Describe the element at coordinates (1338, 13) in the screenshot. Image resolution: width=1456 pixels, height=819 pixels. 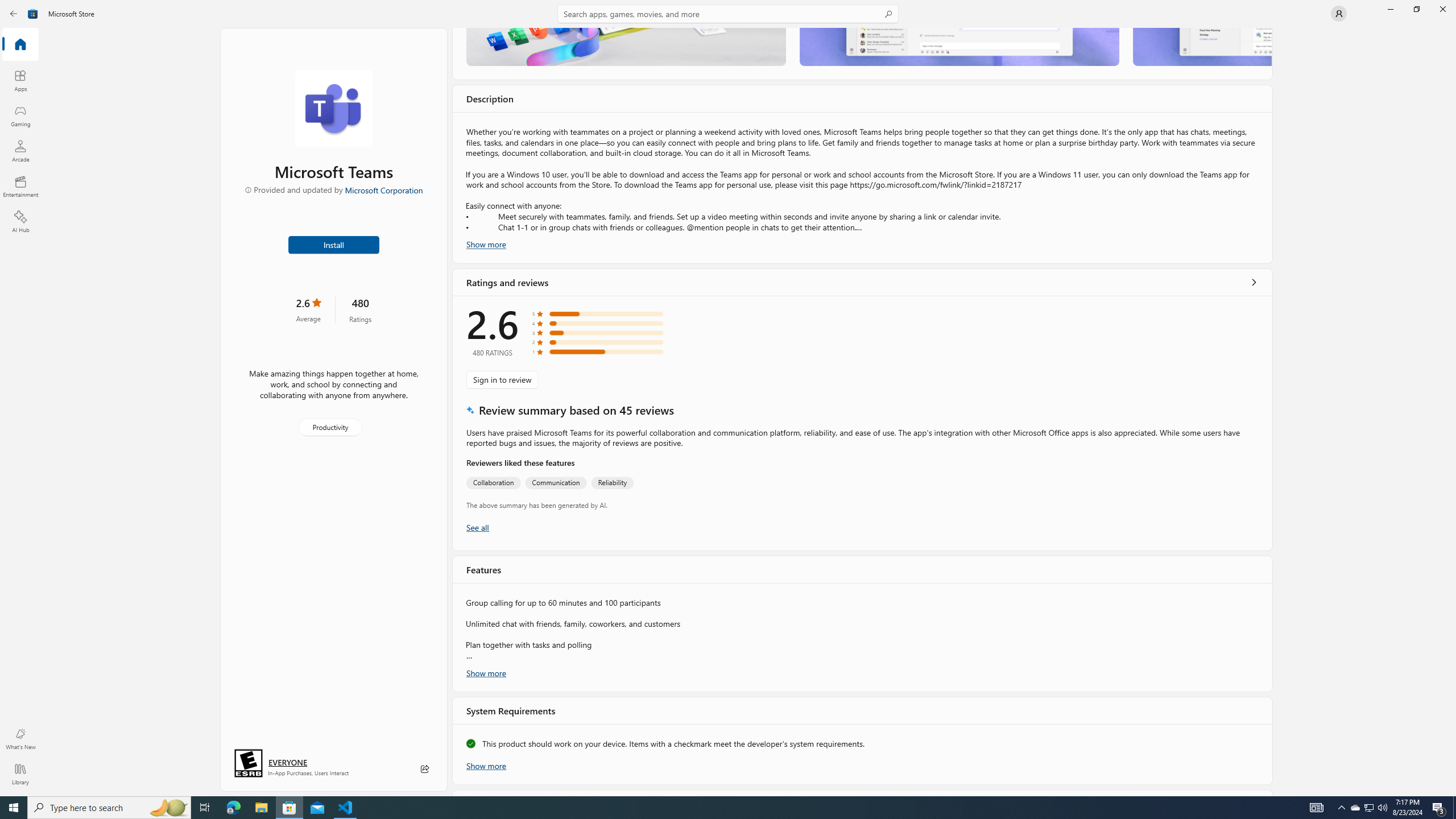
I see `'User profile'` at that location.